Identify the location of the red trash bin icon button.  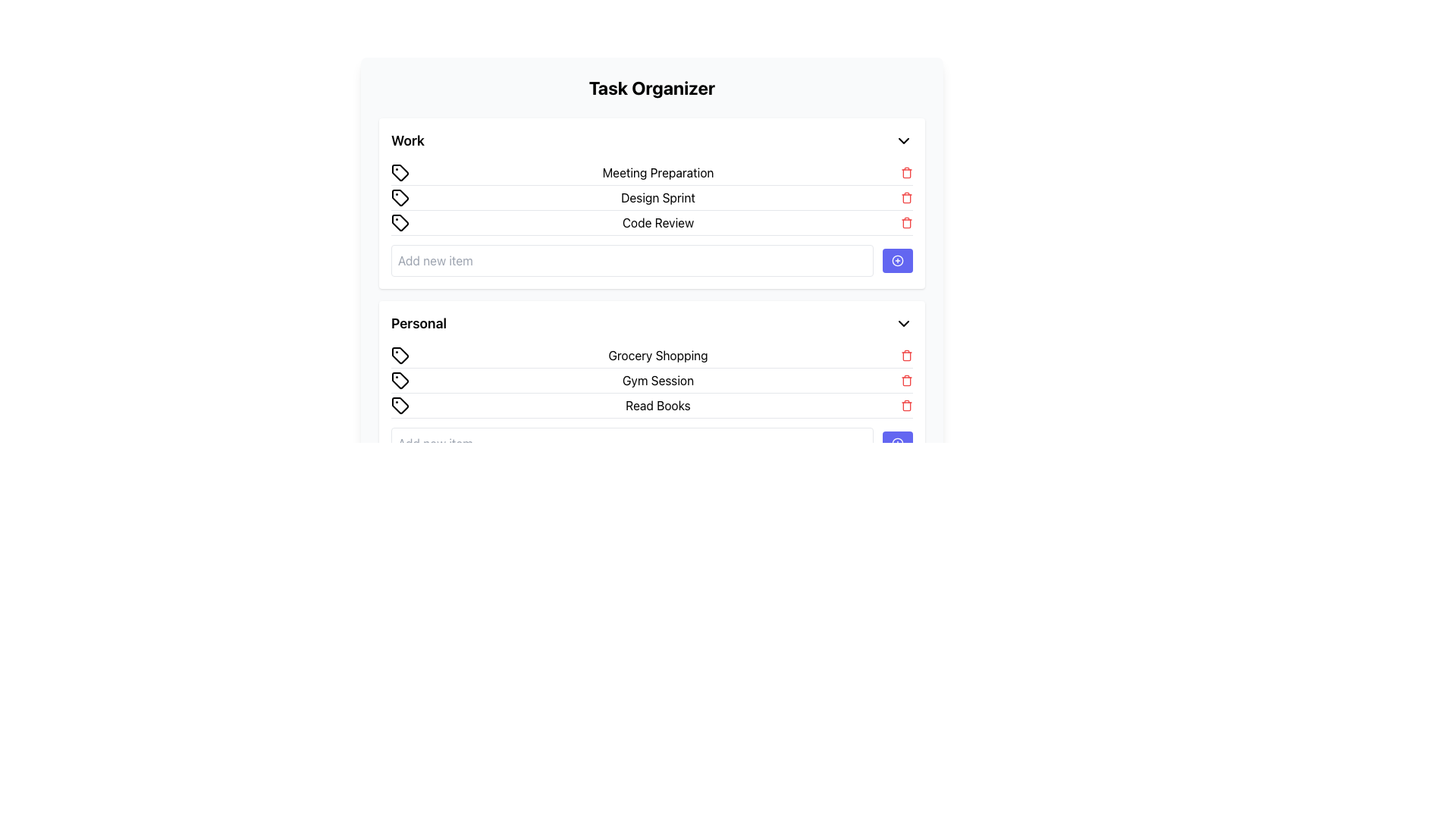
(906, 405).